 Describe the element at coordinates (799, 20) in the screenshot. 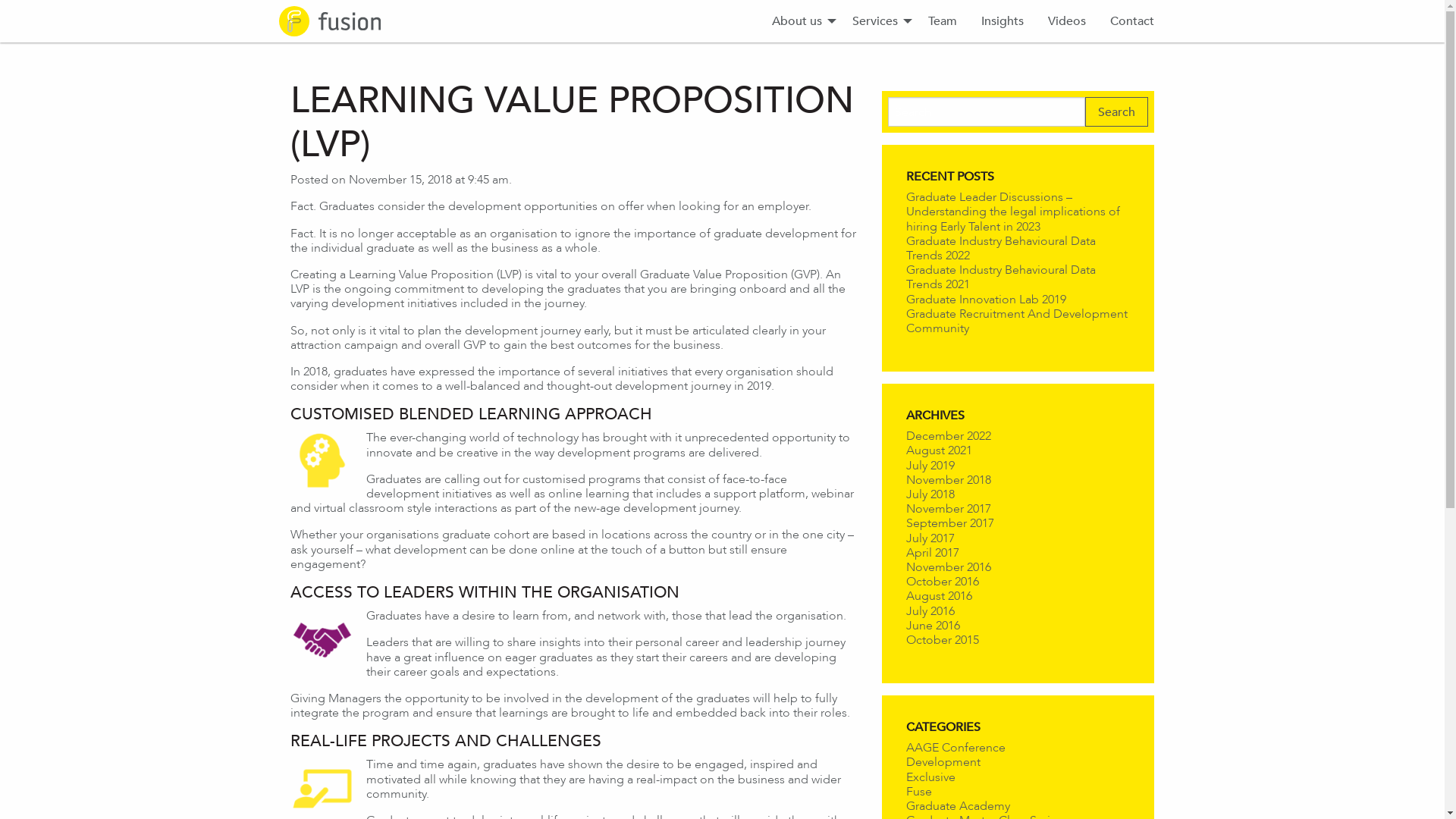

I see `'About us'` at that location.